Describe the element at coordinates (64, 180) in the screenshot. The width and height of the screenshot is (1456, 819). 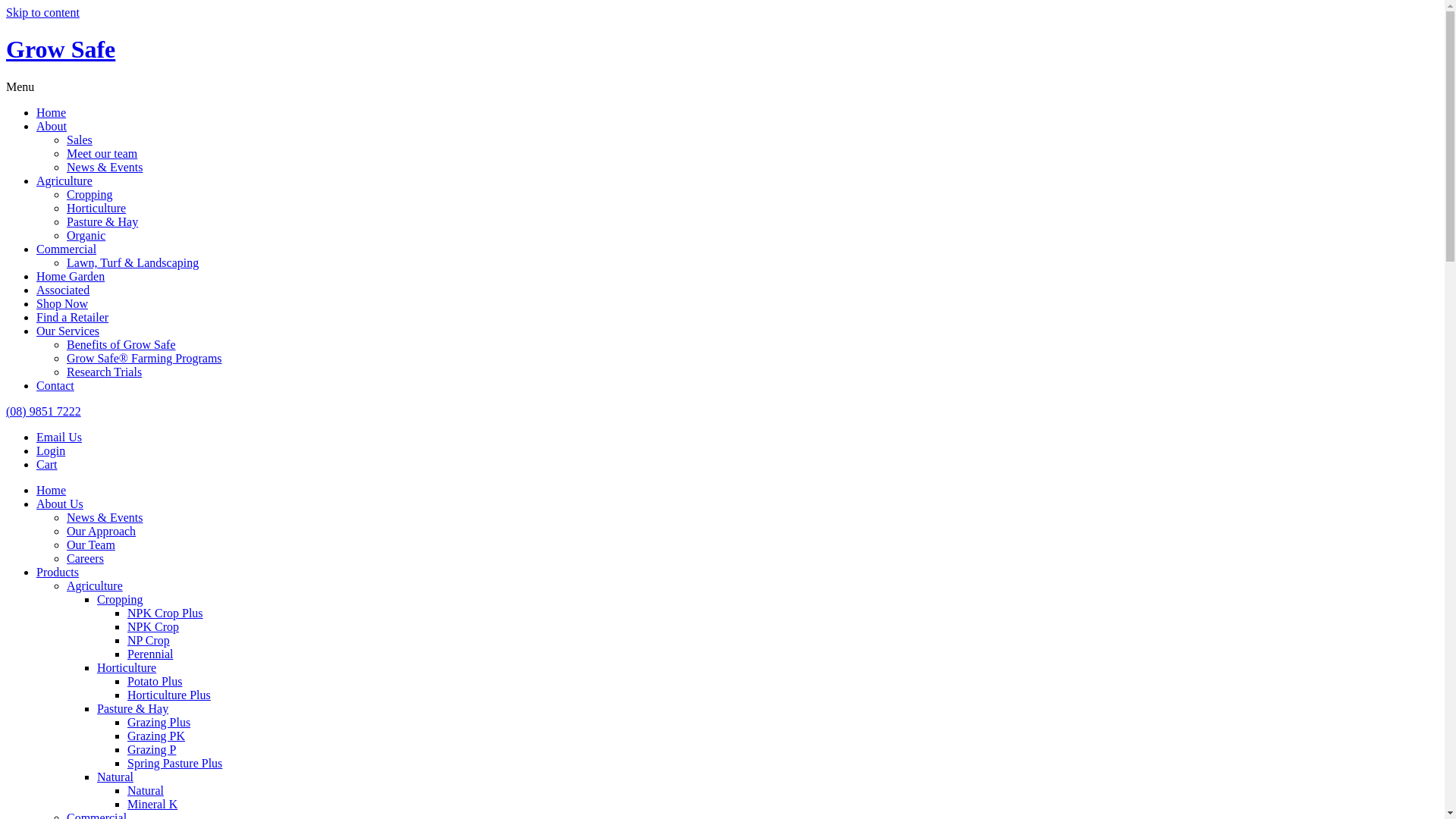
I see `'Agriculture'` at that location.